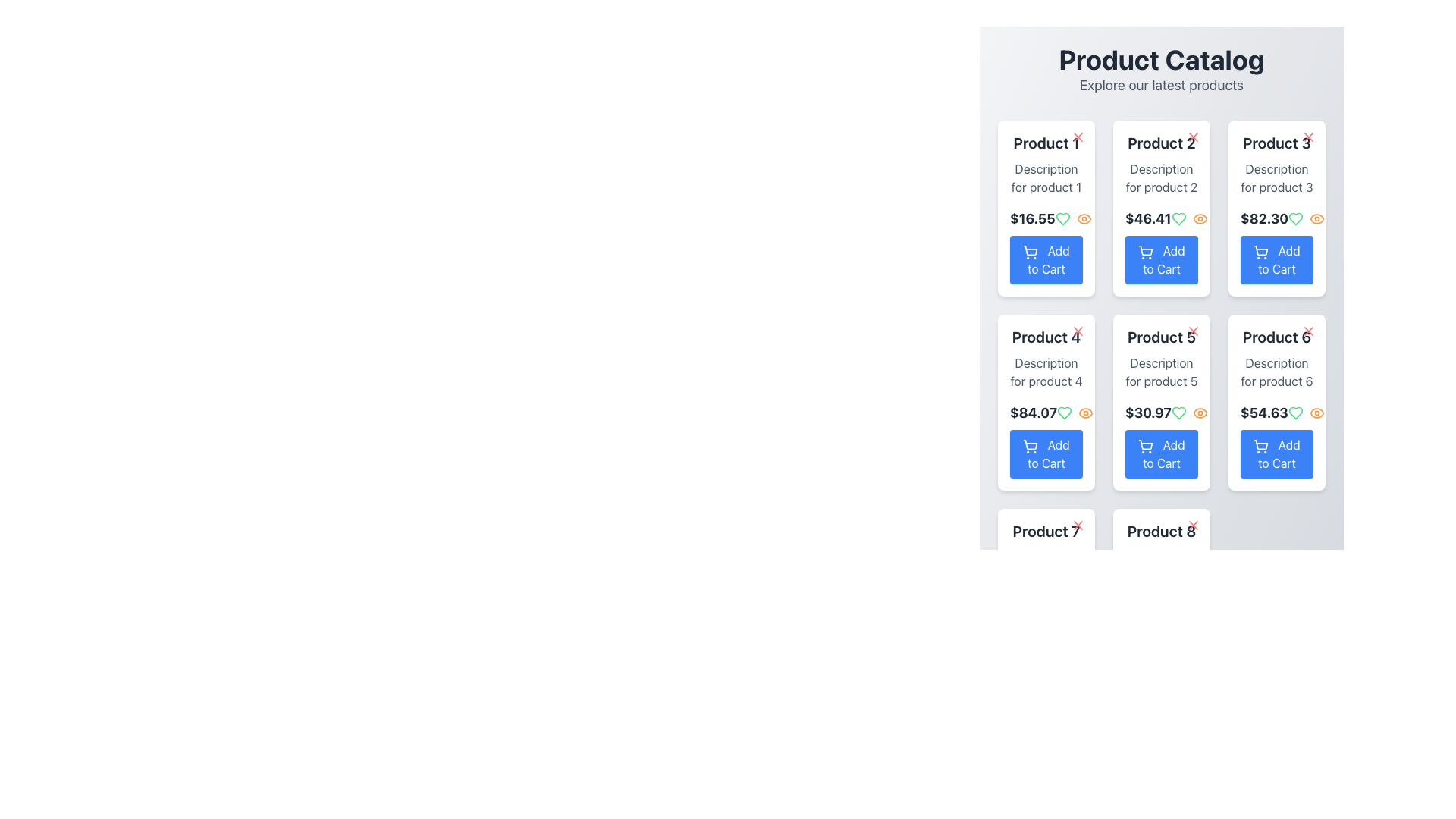 Image resolution: width=1456 pixels, height=819 pixels. Describe the element at coordinates (1261, 444) in the screenshot. I see `the shopping cart icon element, which is a minimalistic vector graphic representation located in the action button of the third product card in the second row of a grid layout` at that location.